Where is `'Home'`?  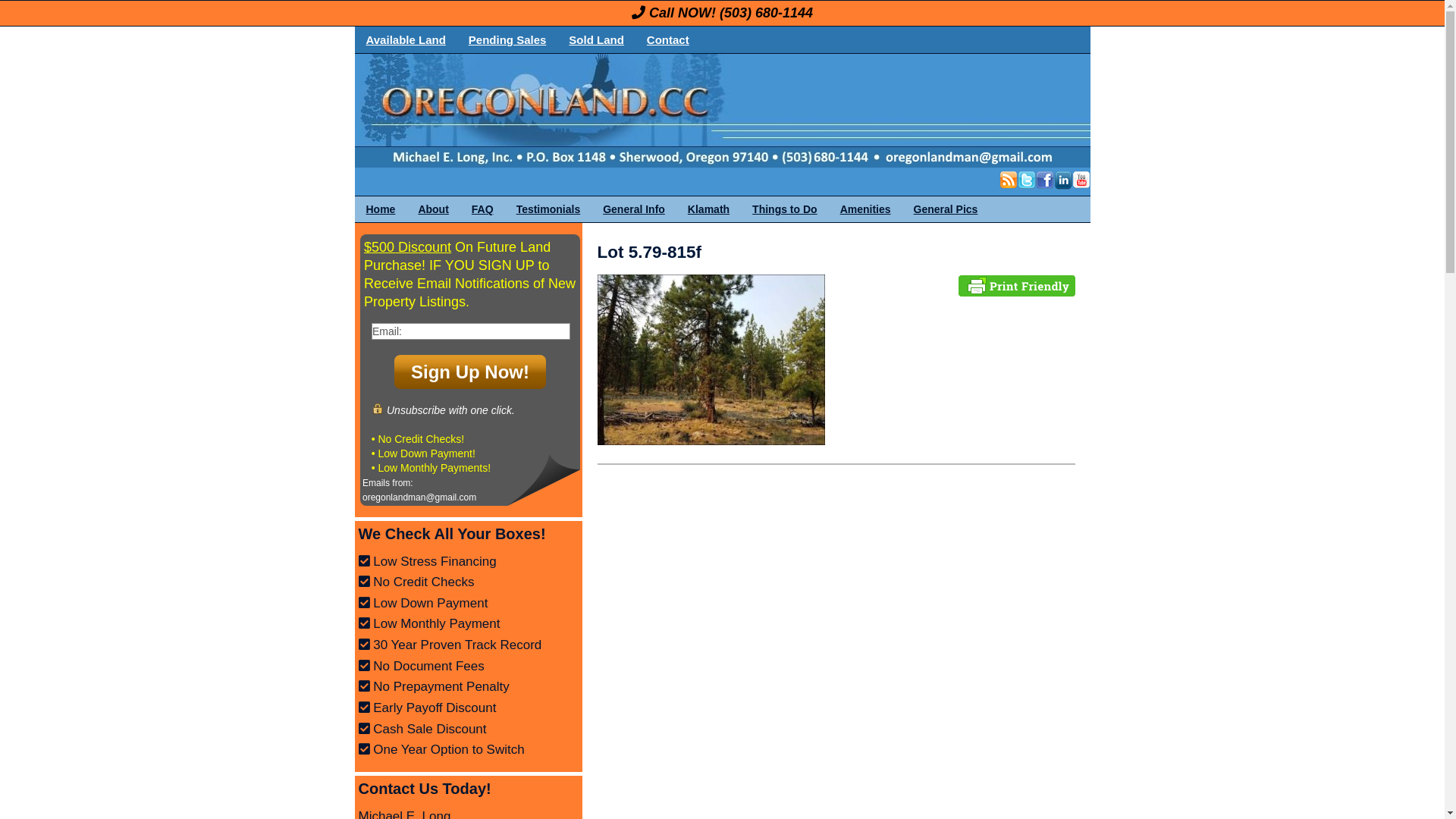 'Home' is located at coordinates (381, 209).